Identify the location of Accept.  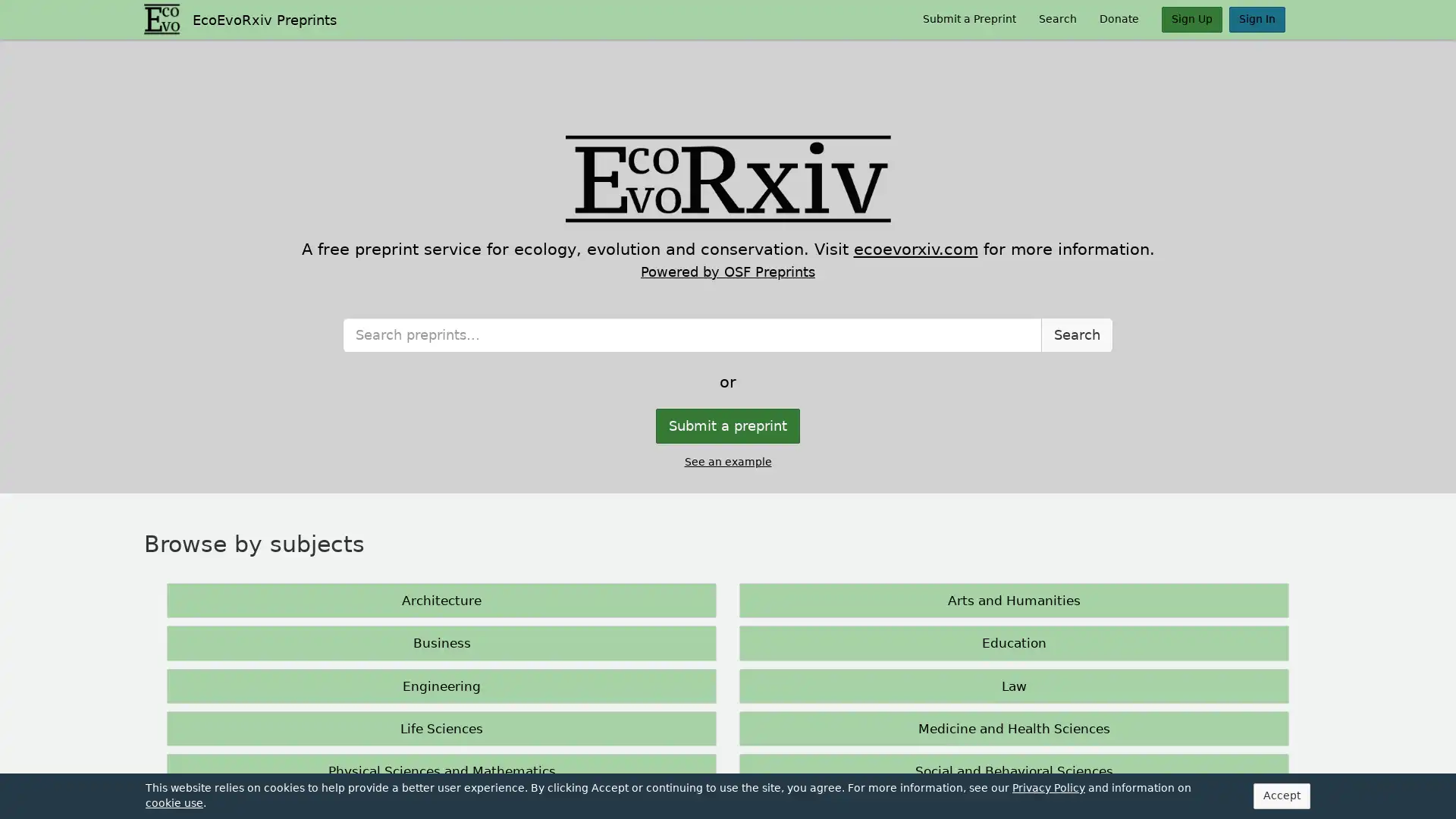
(1219, 798).